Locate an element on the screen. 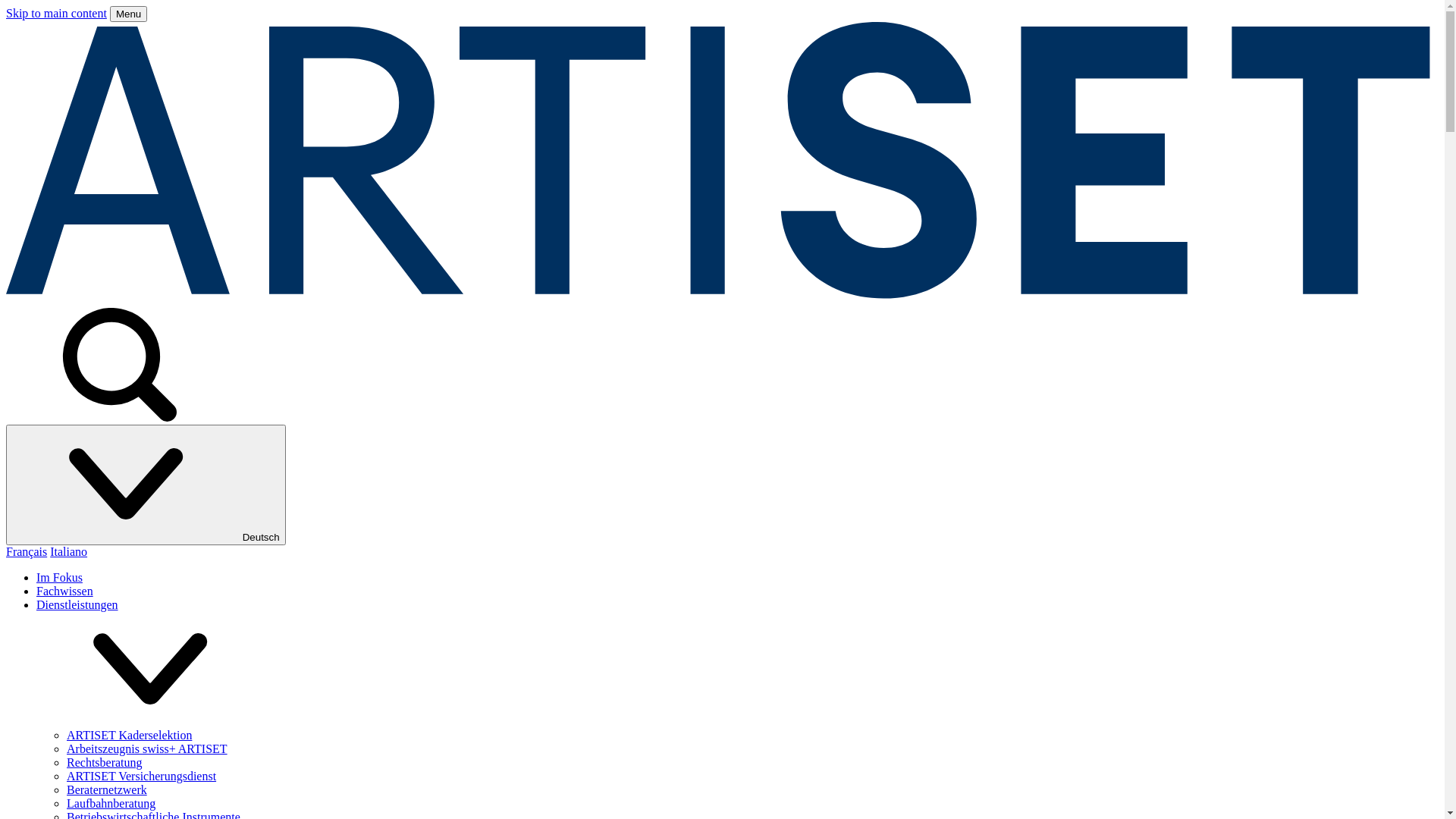  'Rechtsberatung' is located at coordinates (104, 762).